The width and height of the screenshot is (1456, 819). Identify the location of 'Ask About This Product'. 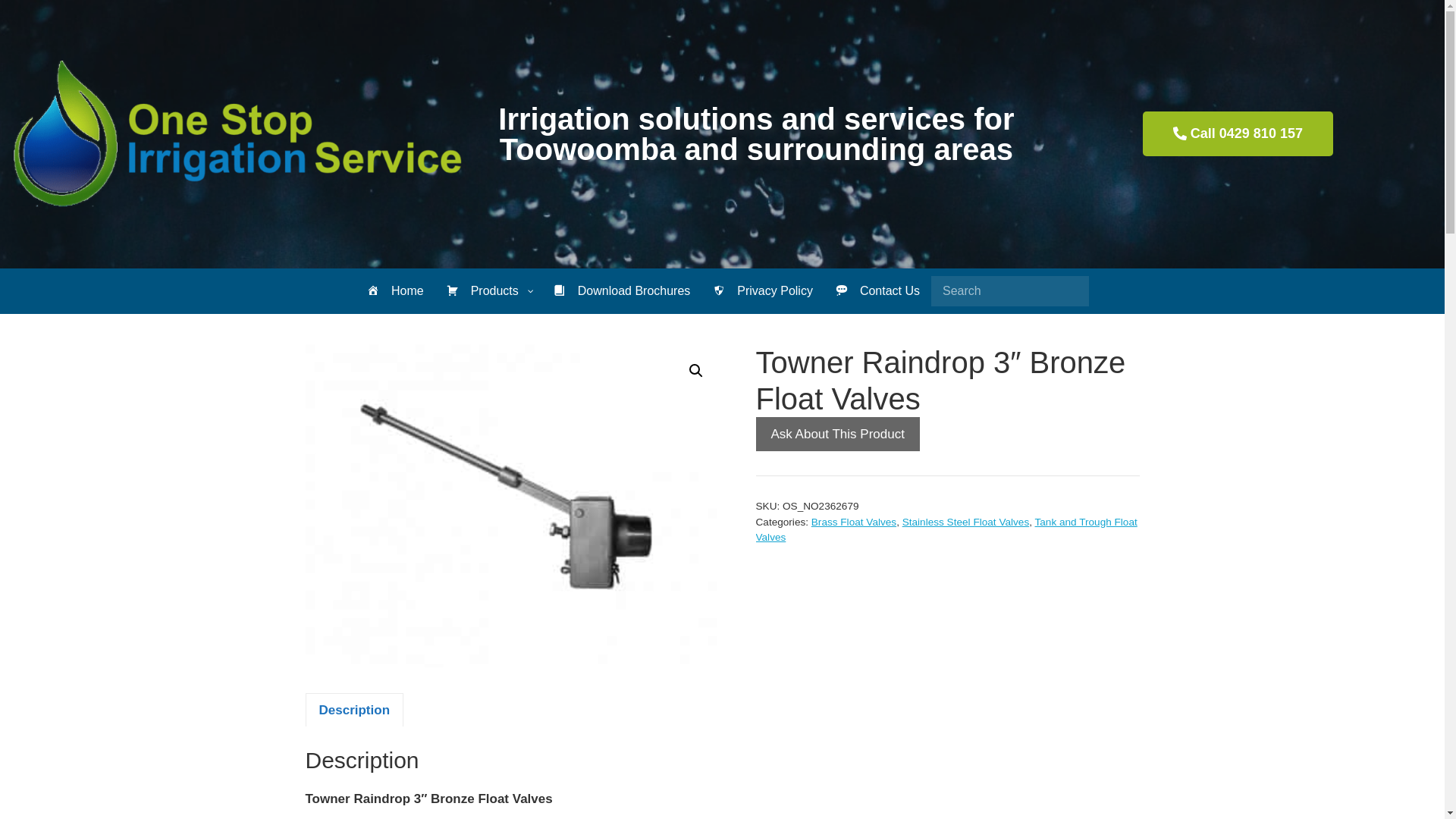
(755, 435).